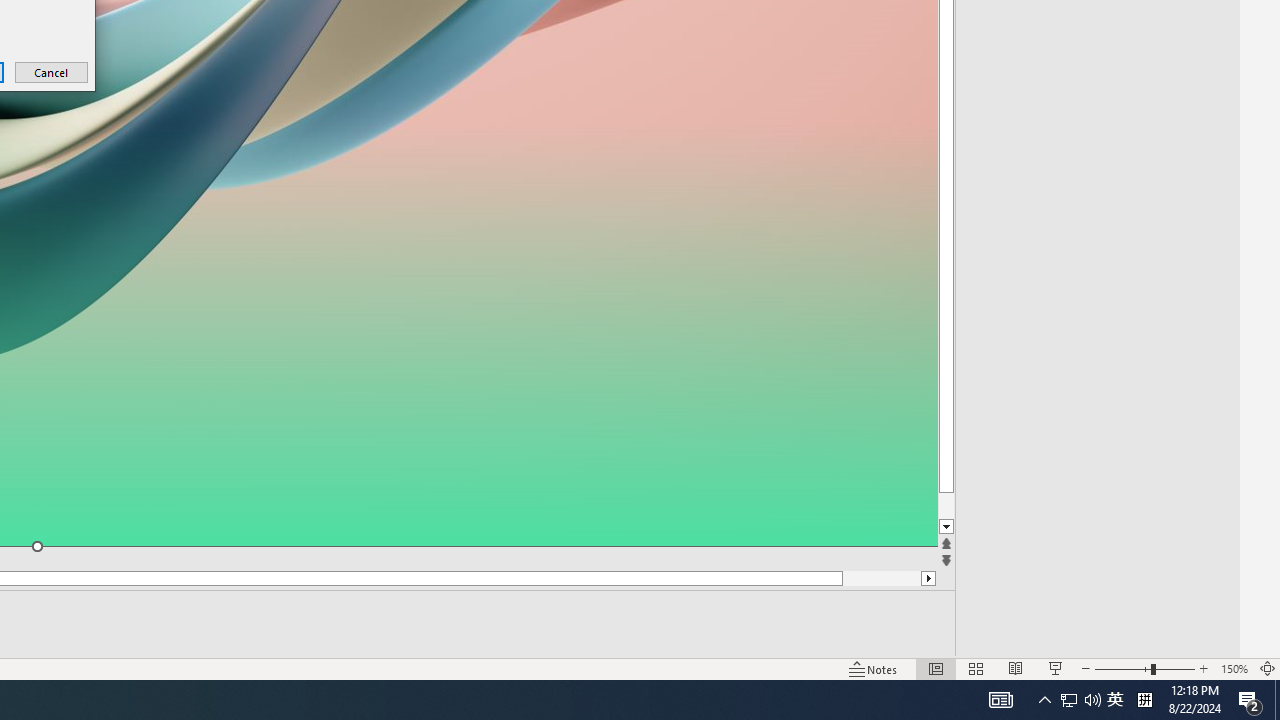  I want to click on 'Notification Chevron', so click(1044, 698).